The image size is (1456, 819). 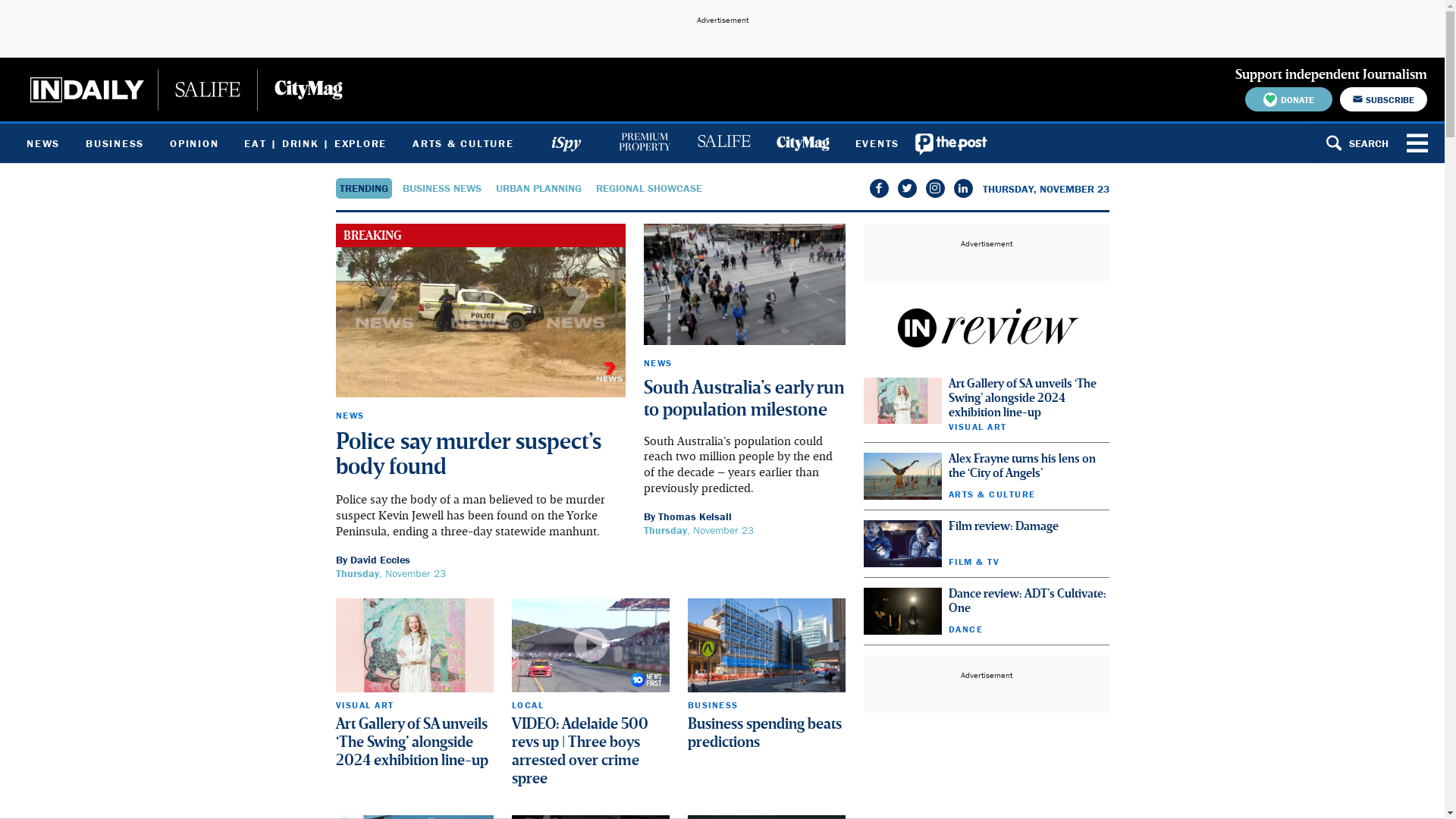 What do you see at coordinates (912, 143) in the screenshot?
I see `'THE POST'` at bounding box center [912, 143].